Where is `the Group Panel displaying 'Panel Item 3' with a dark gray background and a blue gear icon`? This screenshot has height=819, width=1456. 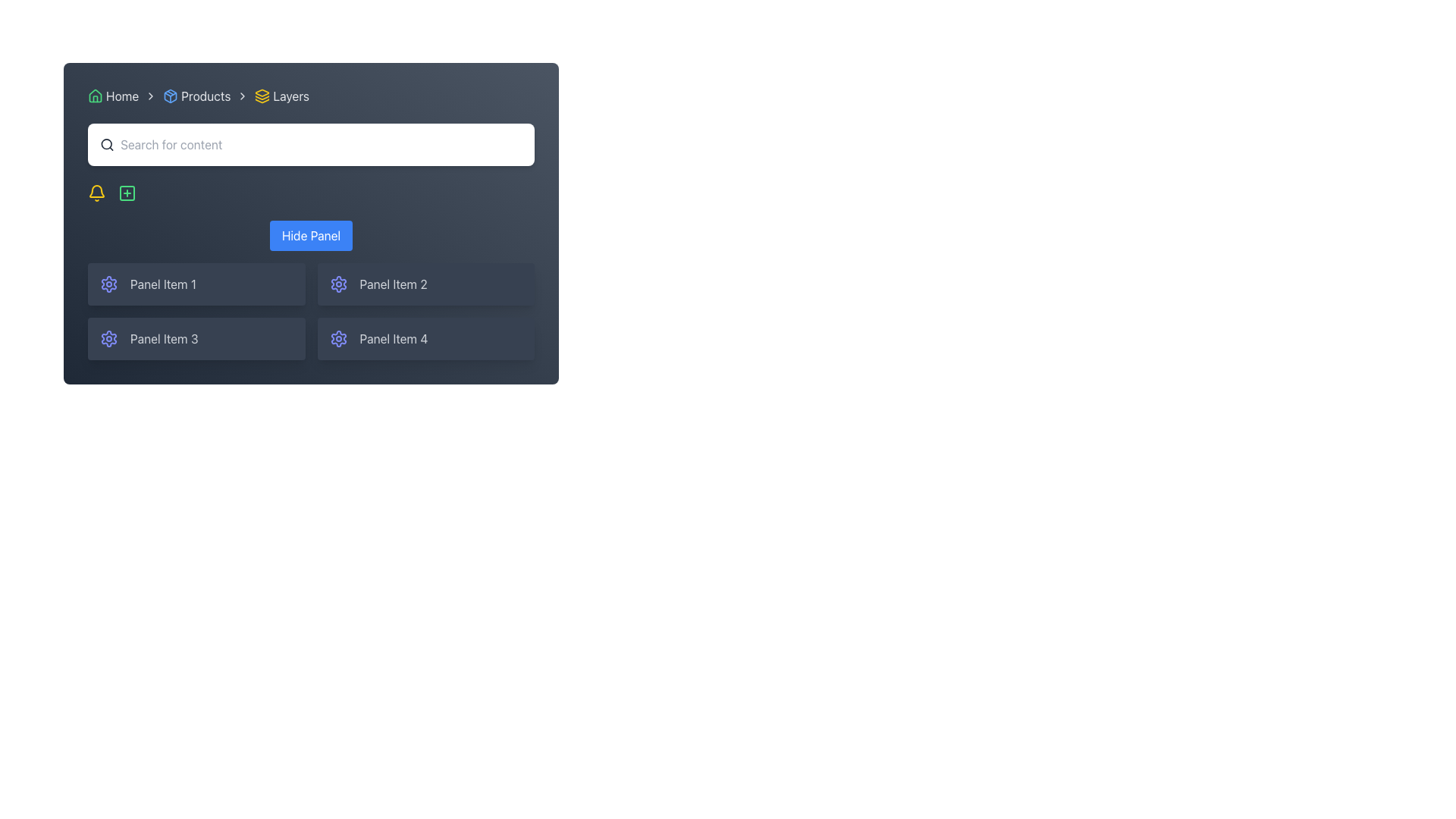 the Group Panel displaying 'Panel Item 3' with a dark gray background and a blue gear icon is located at coordinates (196, 338).